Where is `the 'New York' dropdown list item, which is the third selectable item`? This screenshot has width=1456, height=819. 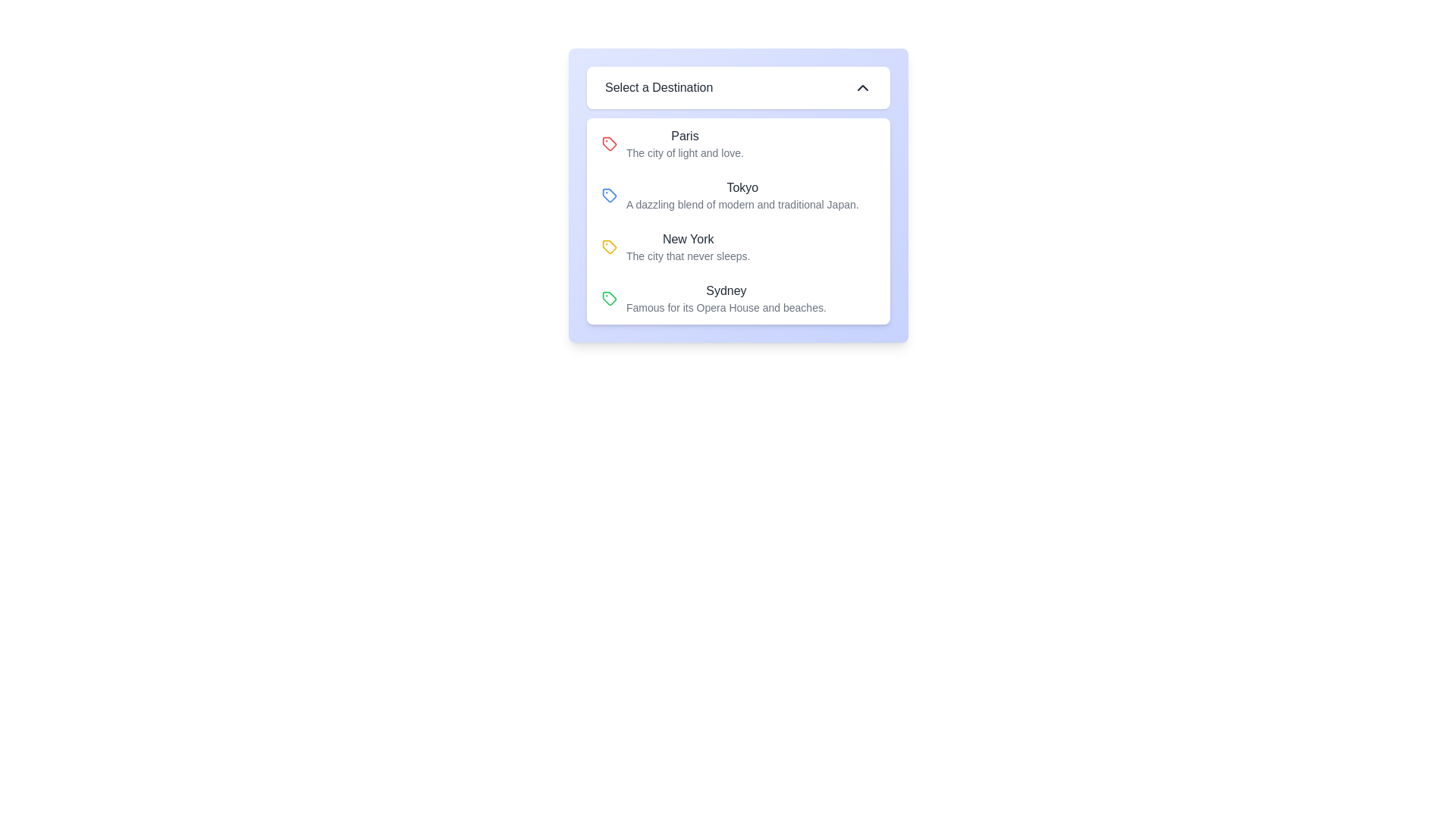 the 'New York' dropdown list item, which is the third selectable item is located at coordinates (739, 246).